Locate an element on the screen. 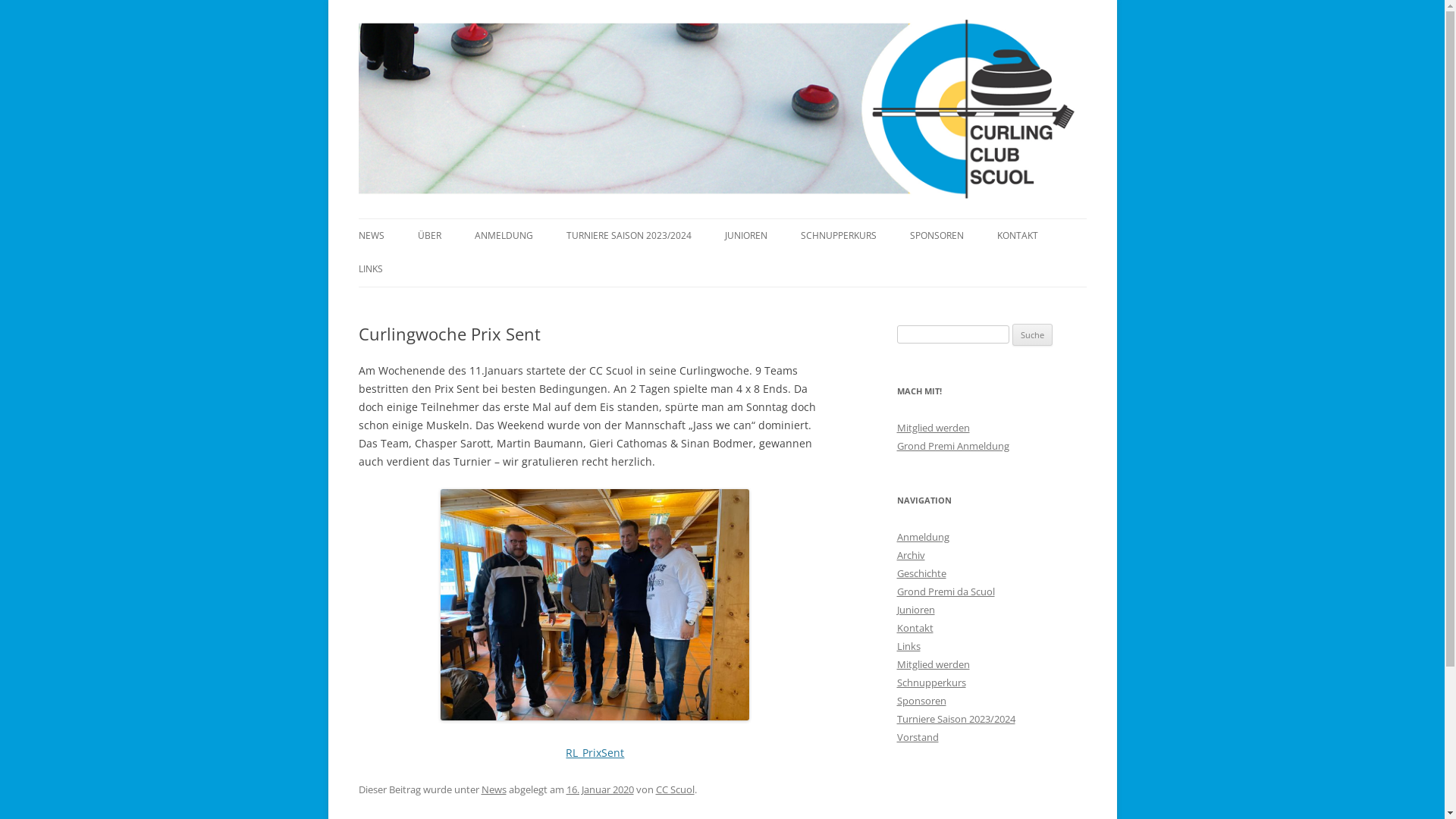 This screenshot has height=819, width=1456. 'Grond Premi Anmeldung' is located at coordinates (952, 444).